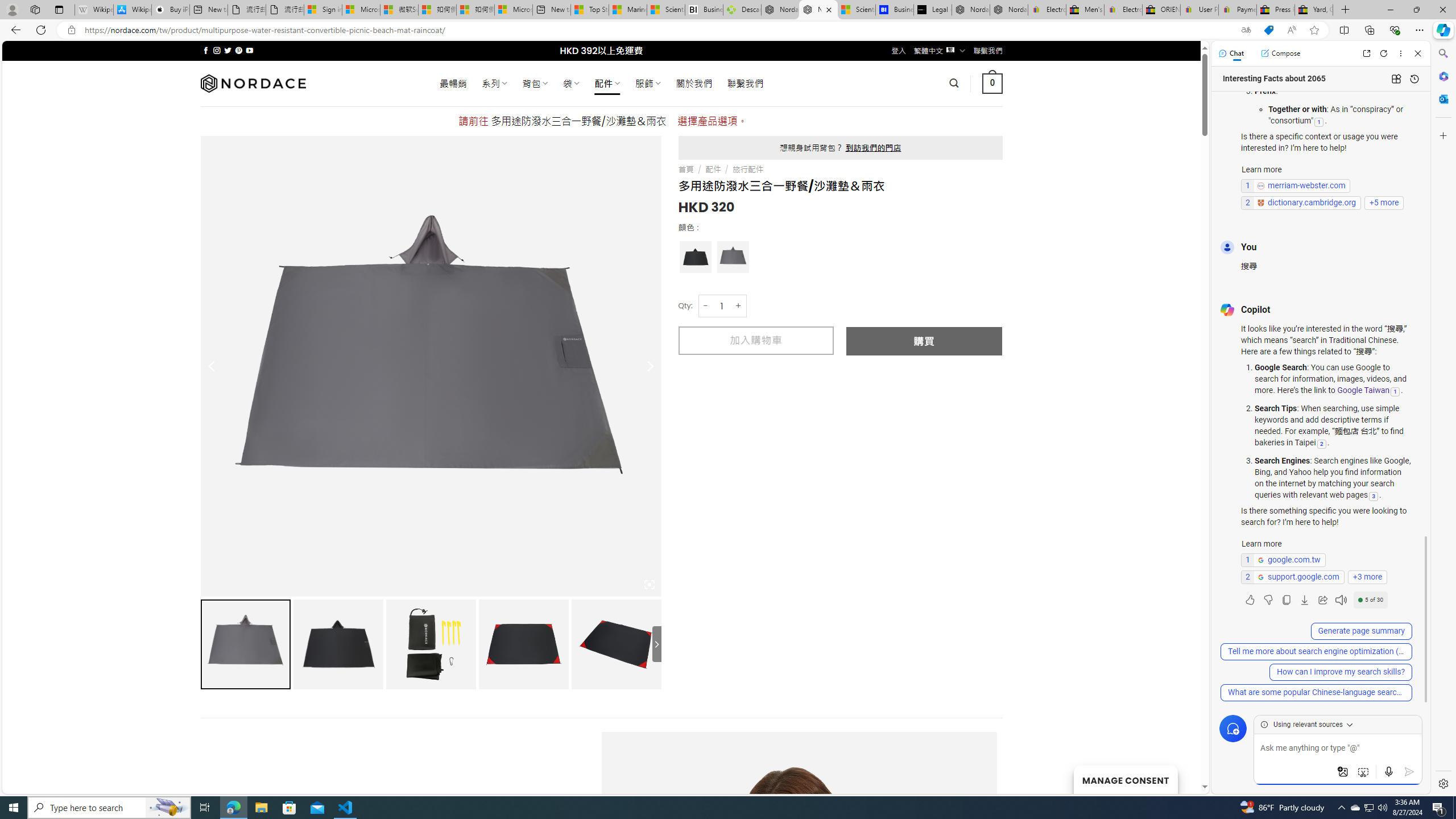 This screenshot has height=819, width=1456. What do you see at coordinates (1231, 52) in the screenshot?
I see `'Chat'` at bounding box center [1231, 52].